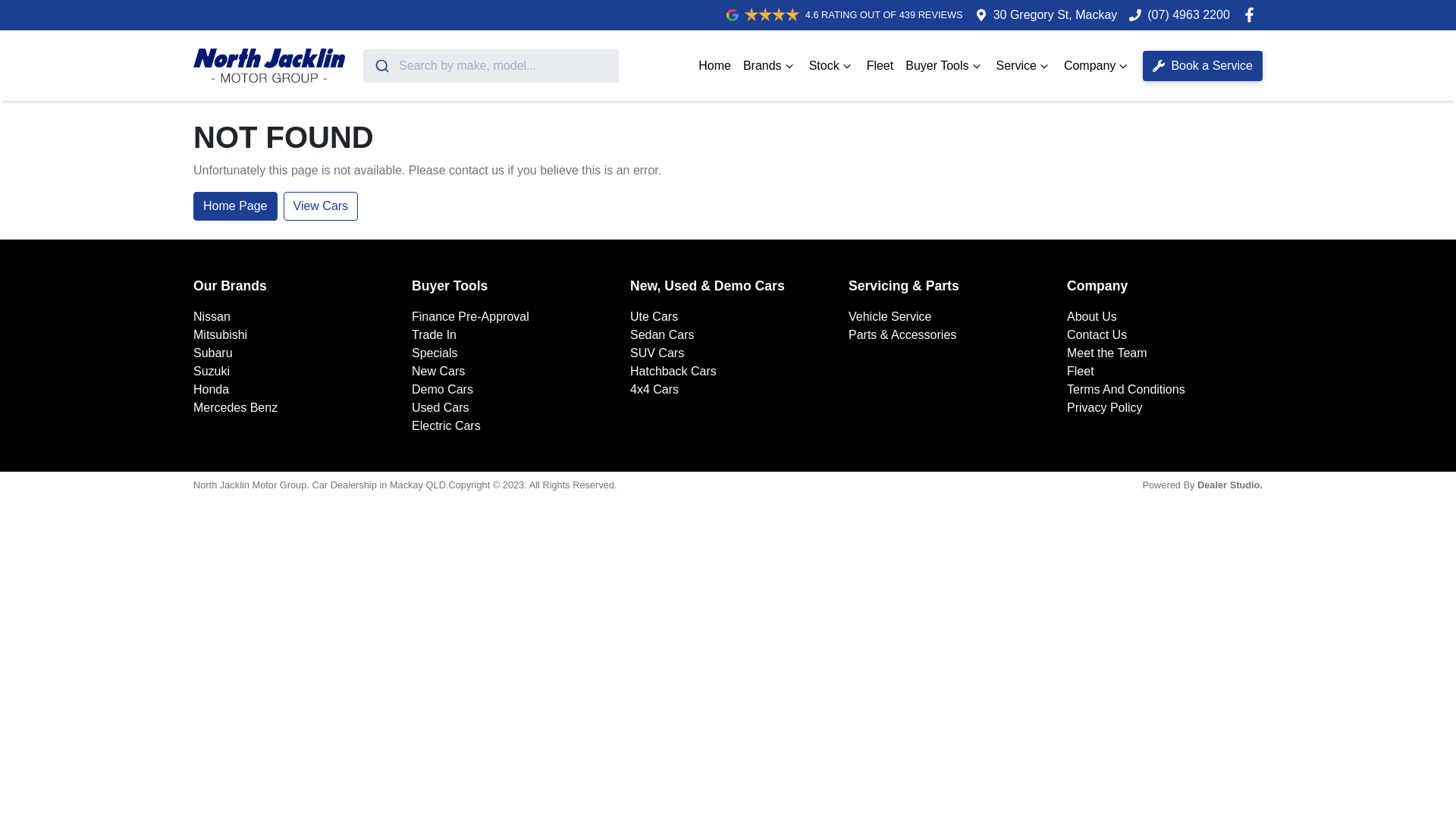 The height and width of the screenshot is (819, 1456). I want to click on 'Used Cars', so click(411, 406).